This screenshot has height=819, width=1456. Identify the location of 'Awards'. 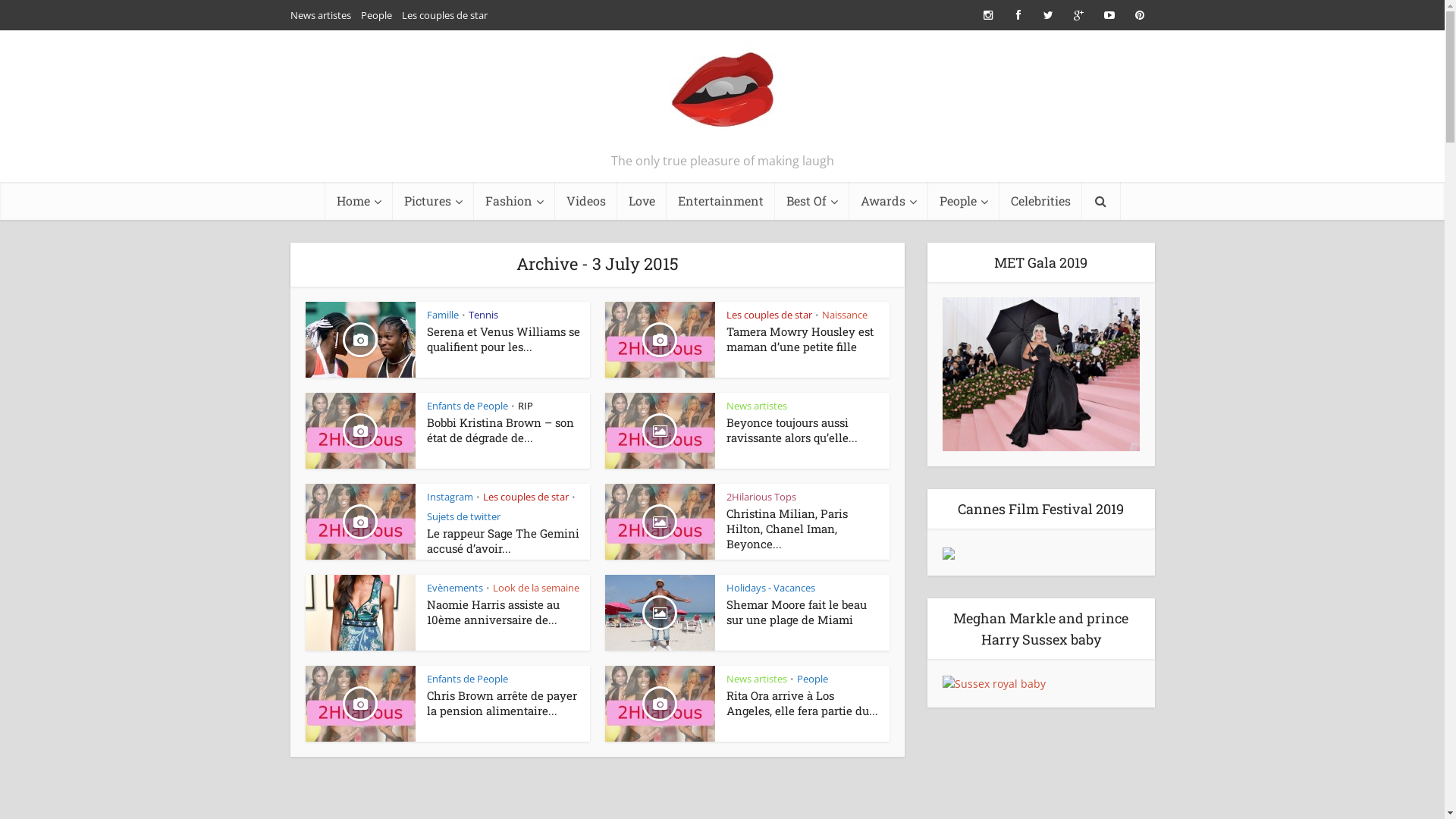
(888, 200).